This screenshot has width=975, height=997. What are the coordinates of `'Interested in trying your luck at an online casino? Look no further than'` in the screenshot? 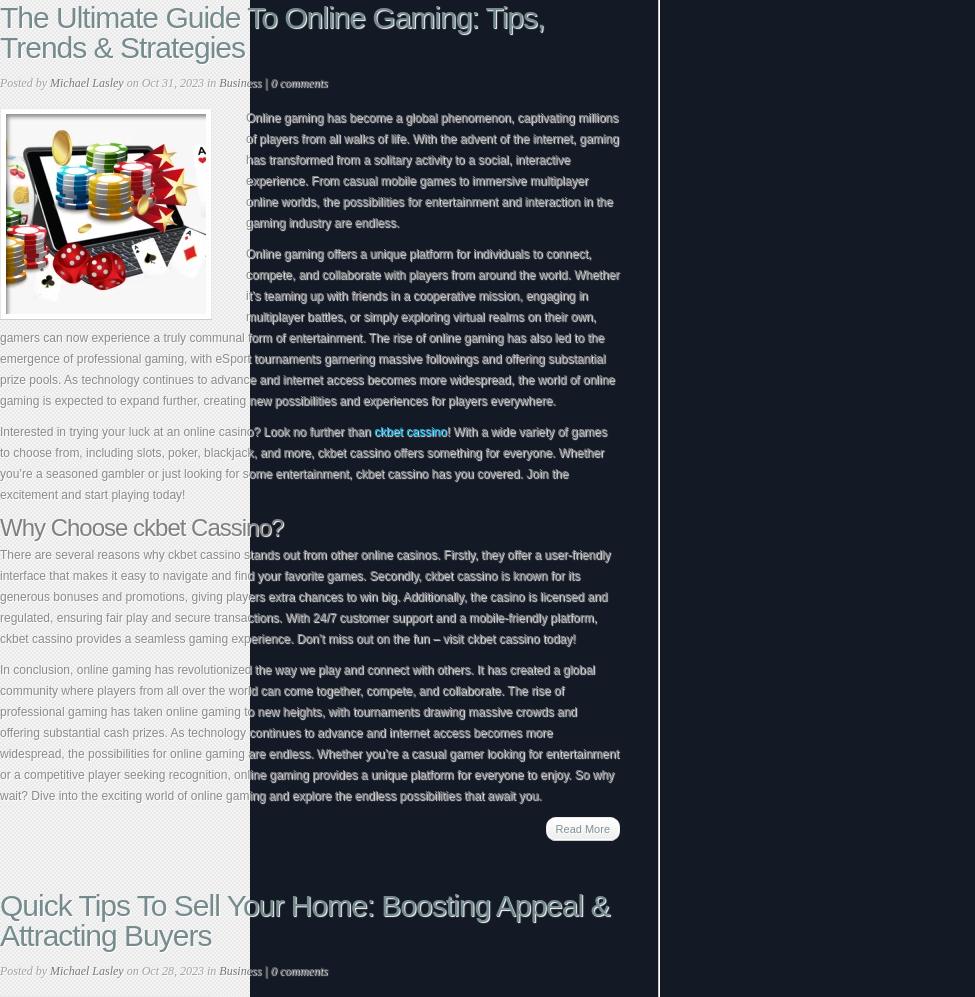 It's located at (186, 431).